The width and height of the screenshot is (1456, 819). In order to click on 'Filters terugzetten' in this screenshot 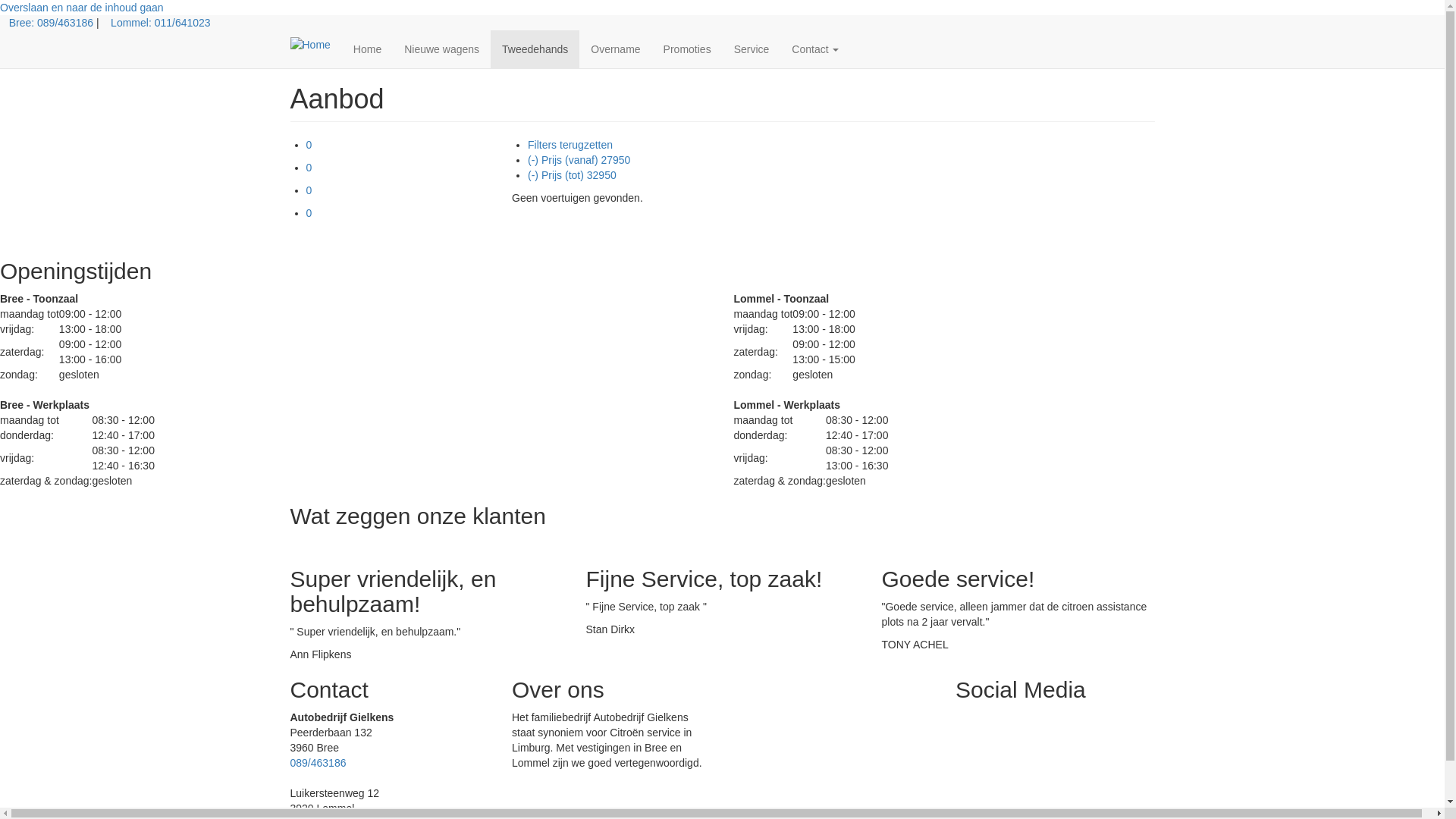, I will do `click(570, 145)`.